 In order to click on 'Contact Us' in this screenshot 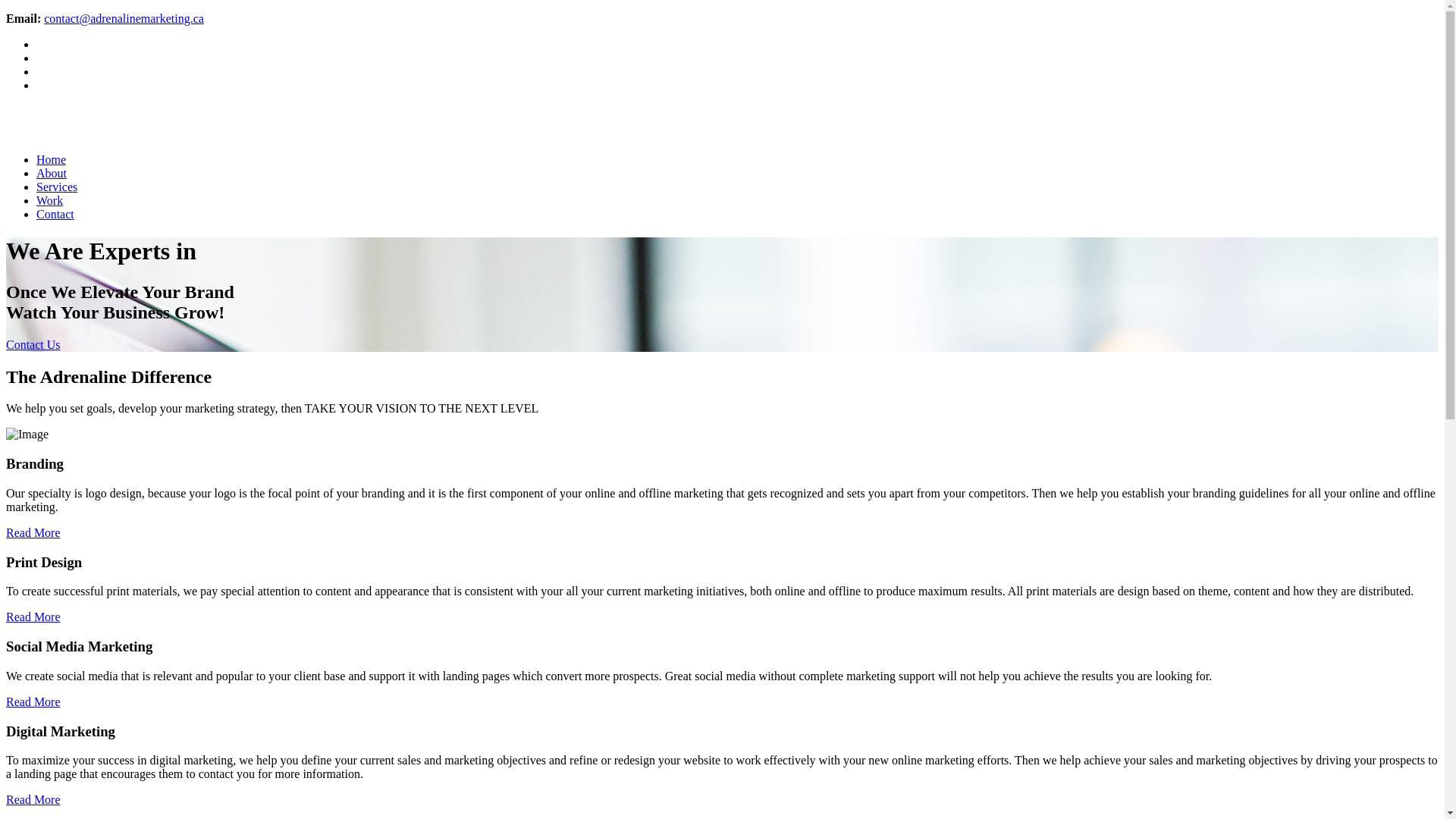, I will do `click(33, 344)`.